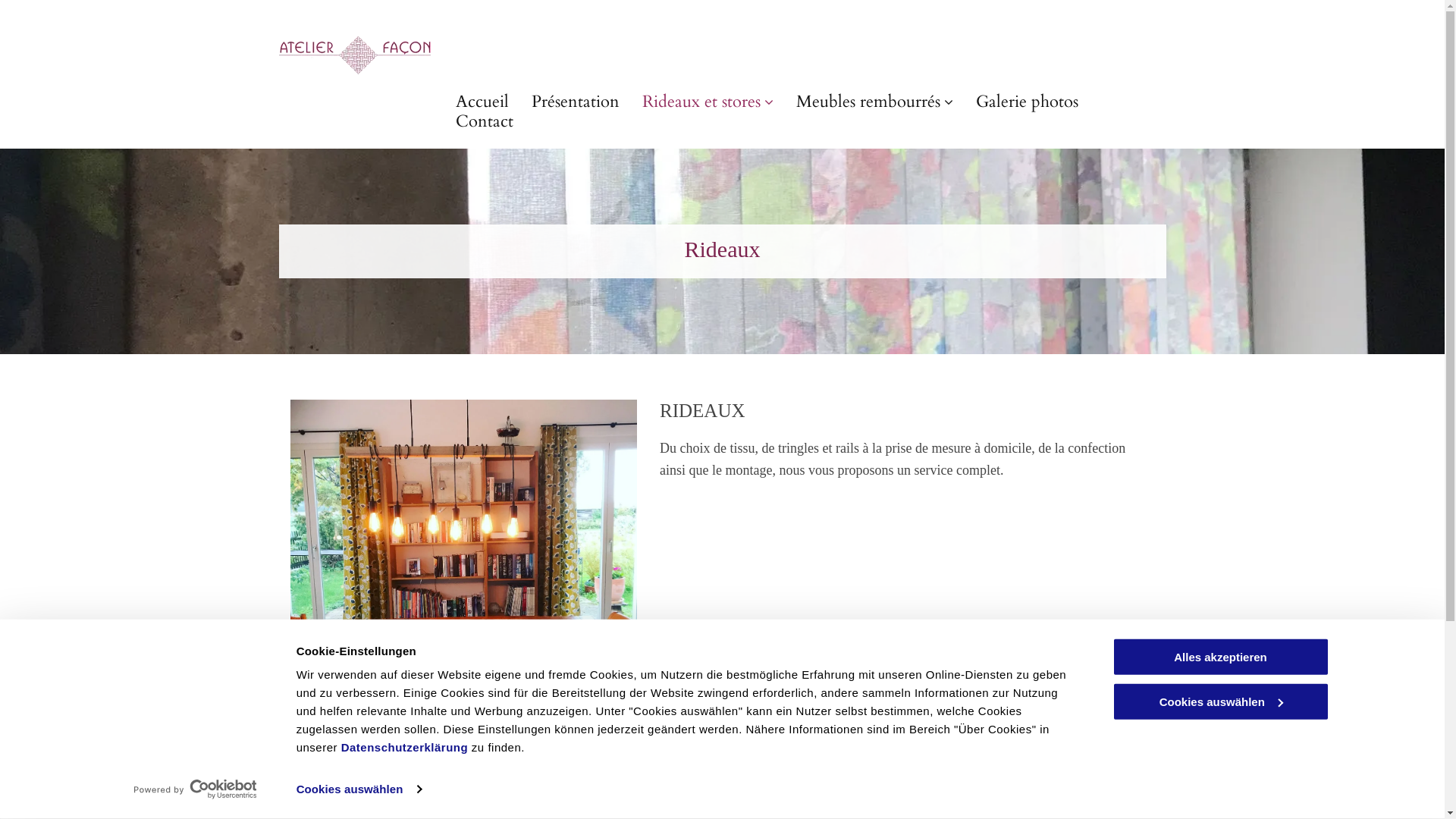  Describe the element at coordinates (1111, 656) in the screenshot. I see `'Alles akzeptieren'` at that location.